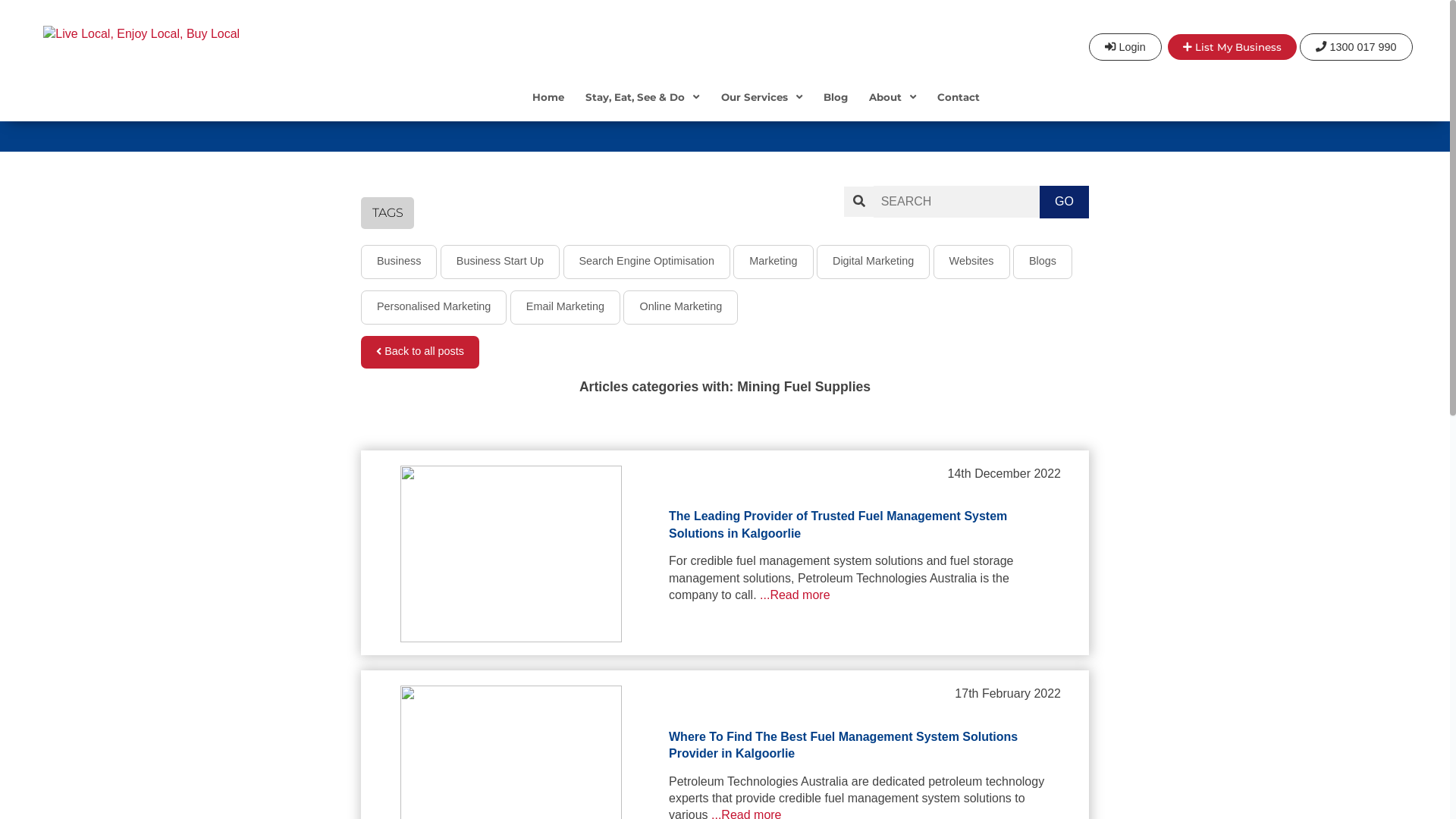 Image resolution: width=1456 pixels, height=819 pixels. What do you see at coordinates (1125, 45) in the screenshot?
I see `'Login'` at bounding box center [1125, 45].